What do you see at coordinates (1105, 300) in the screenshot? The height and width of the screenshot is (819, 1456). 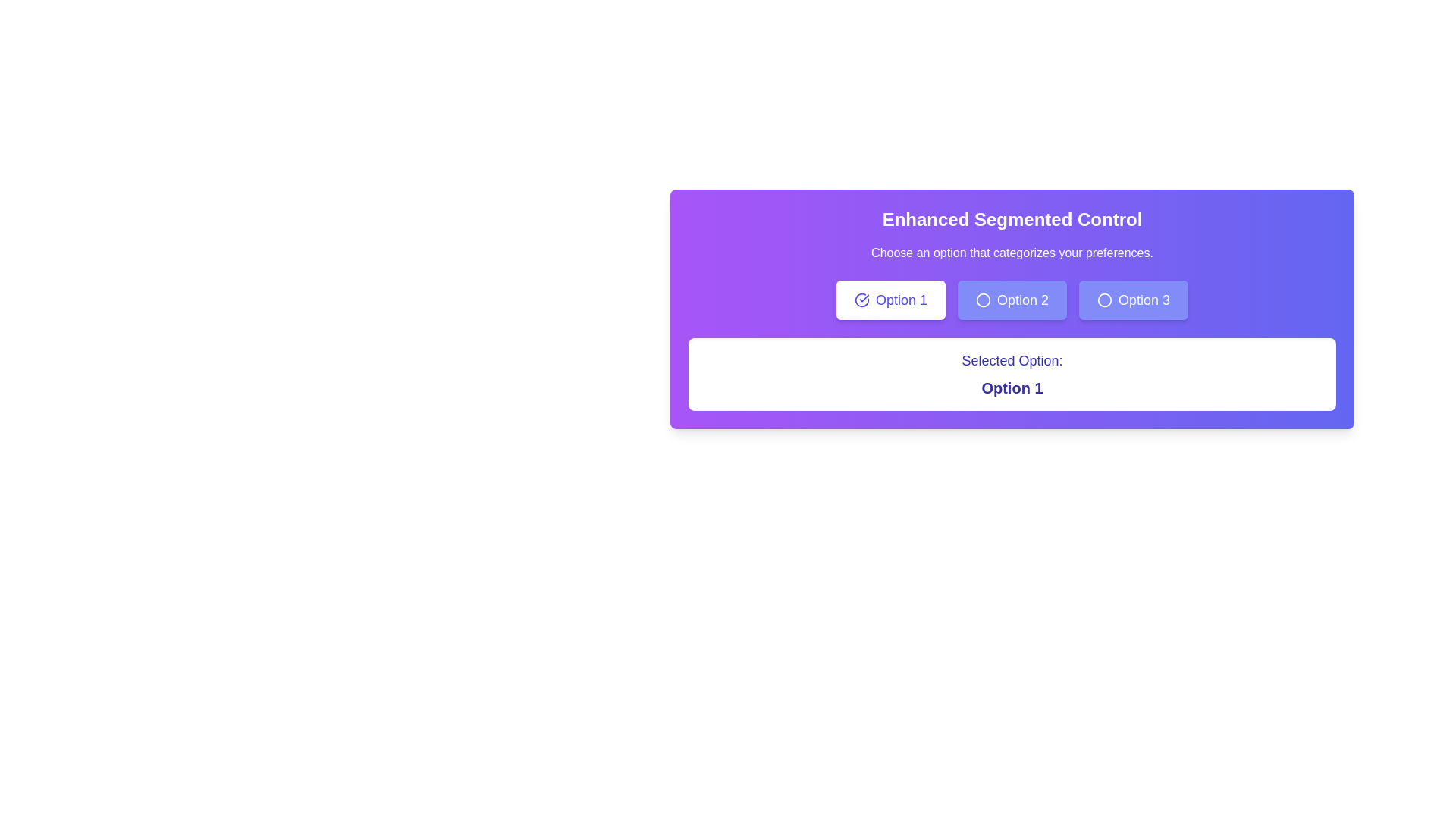 I see `the circular icon located to the left of the text 'Option 3' within the 'Option 3' button on the purple panel` at bounding box center [1105, 300].